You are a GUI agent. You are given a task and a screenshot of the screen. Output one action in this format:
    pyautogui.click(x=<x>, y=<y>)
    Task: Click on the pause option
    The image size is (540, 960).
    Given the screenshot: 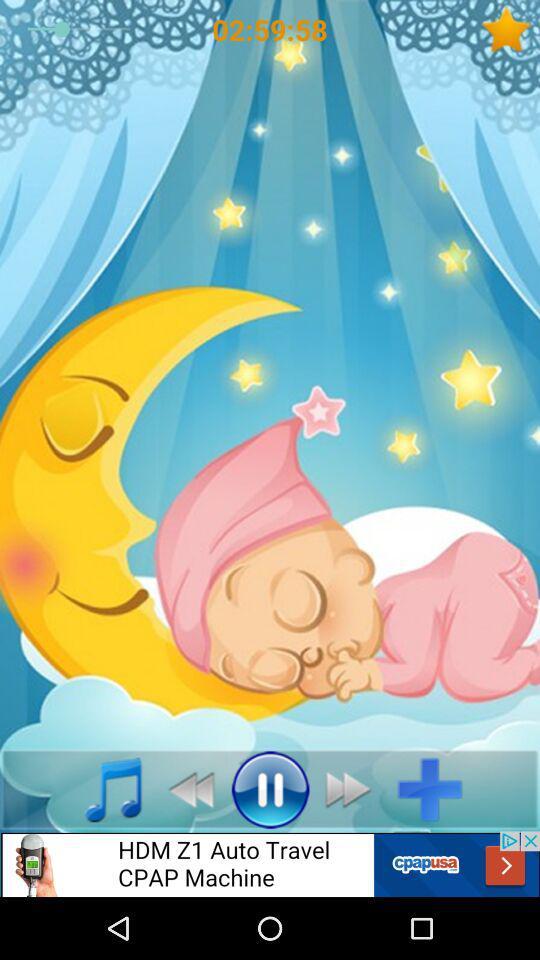 What is the action you would take?
    pyautogui.click(x=270, y=789)
    